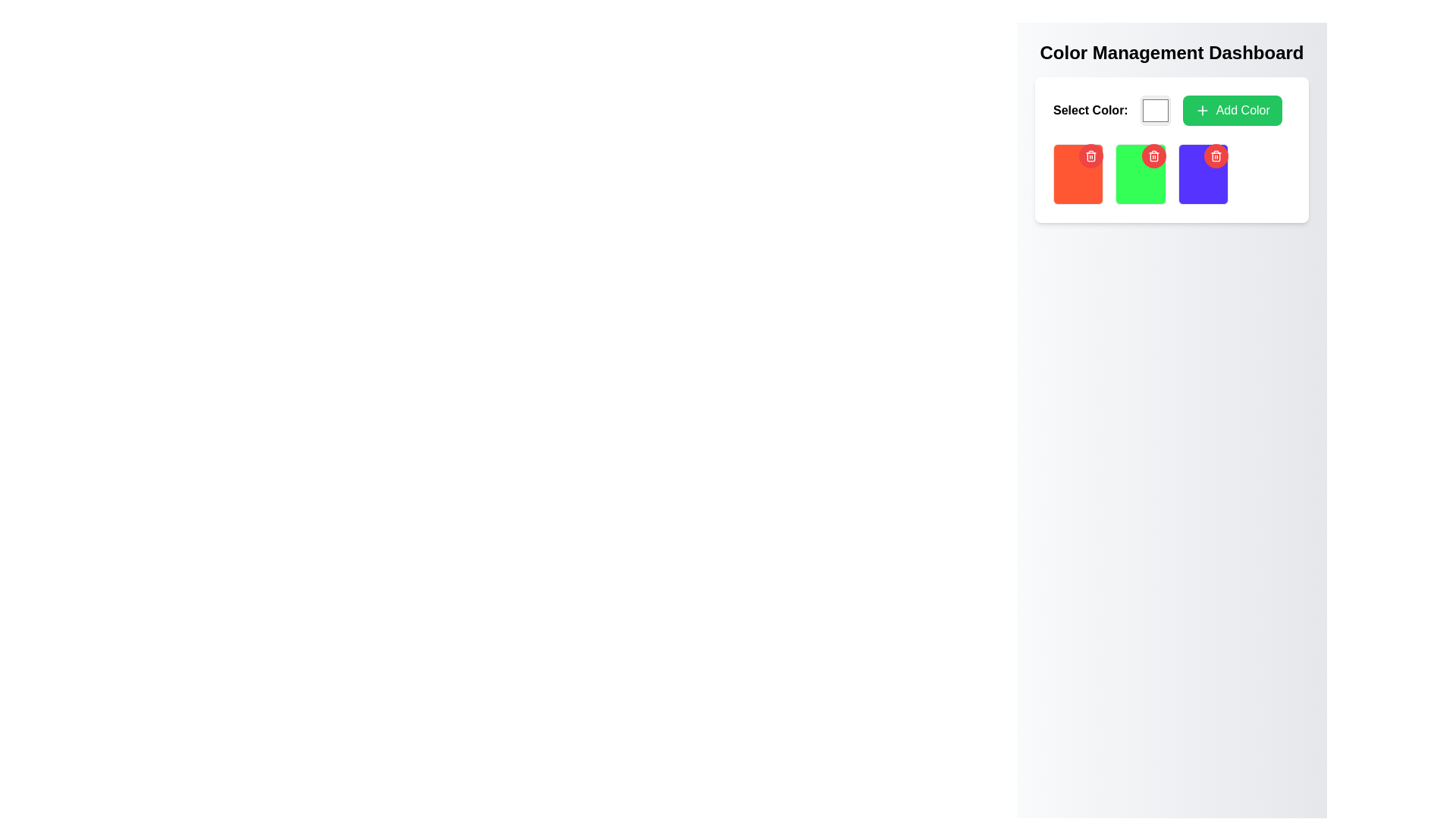 The height and width of the screenshot is (819, 1456). Describe the element at coordinates (1232, 110) in the screenshot. I see `the 'add color' button located in the top-right corner of the color selection area` at that location.